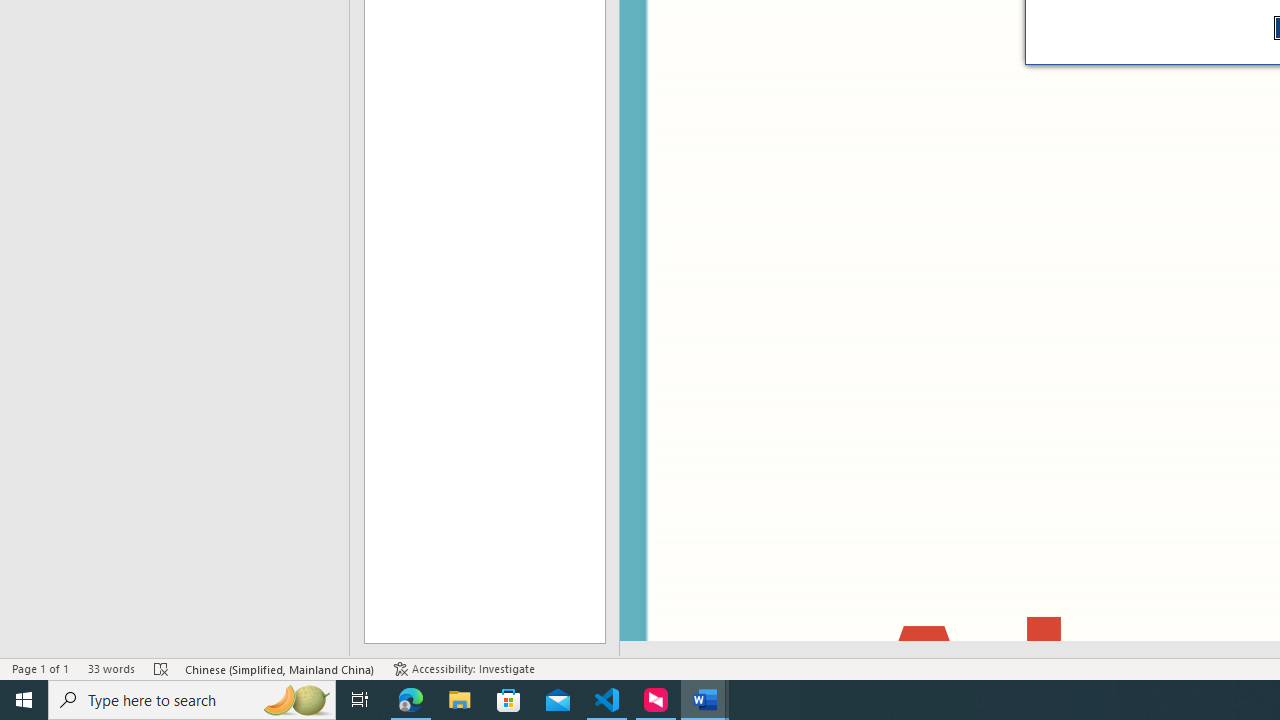 The width and height of the screenshot is (1280, 720). I want to click on 'Microsoft Edge - 1 running window', so click(410, 698).